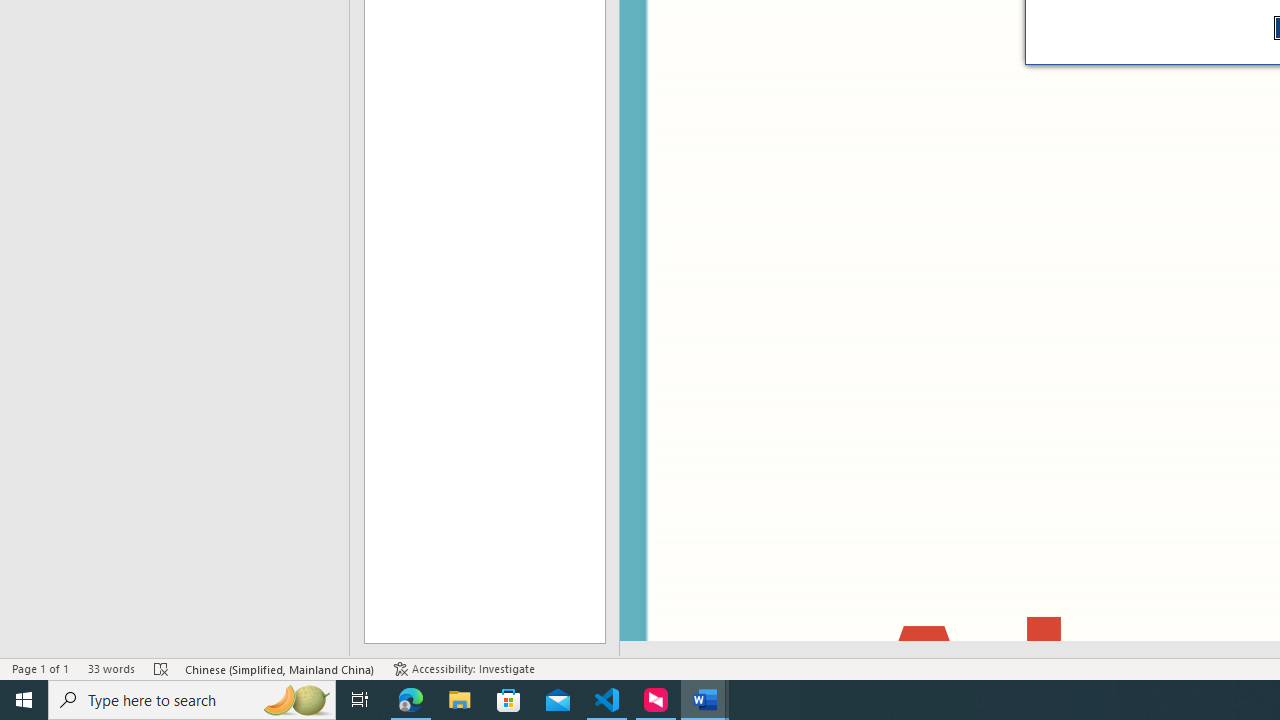 The width and height of the screenshot is (1280, 720). I want to click on 'Microsoft Edge - 1 running window', so click(410, 698).